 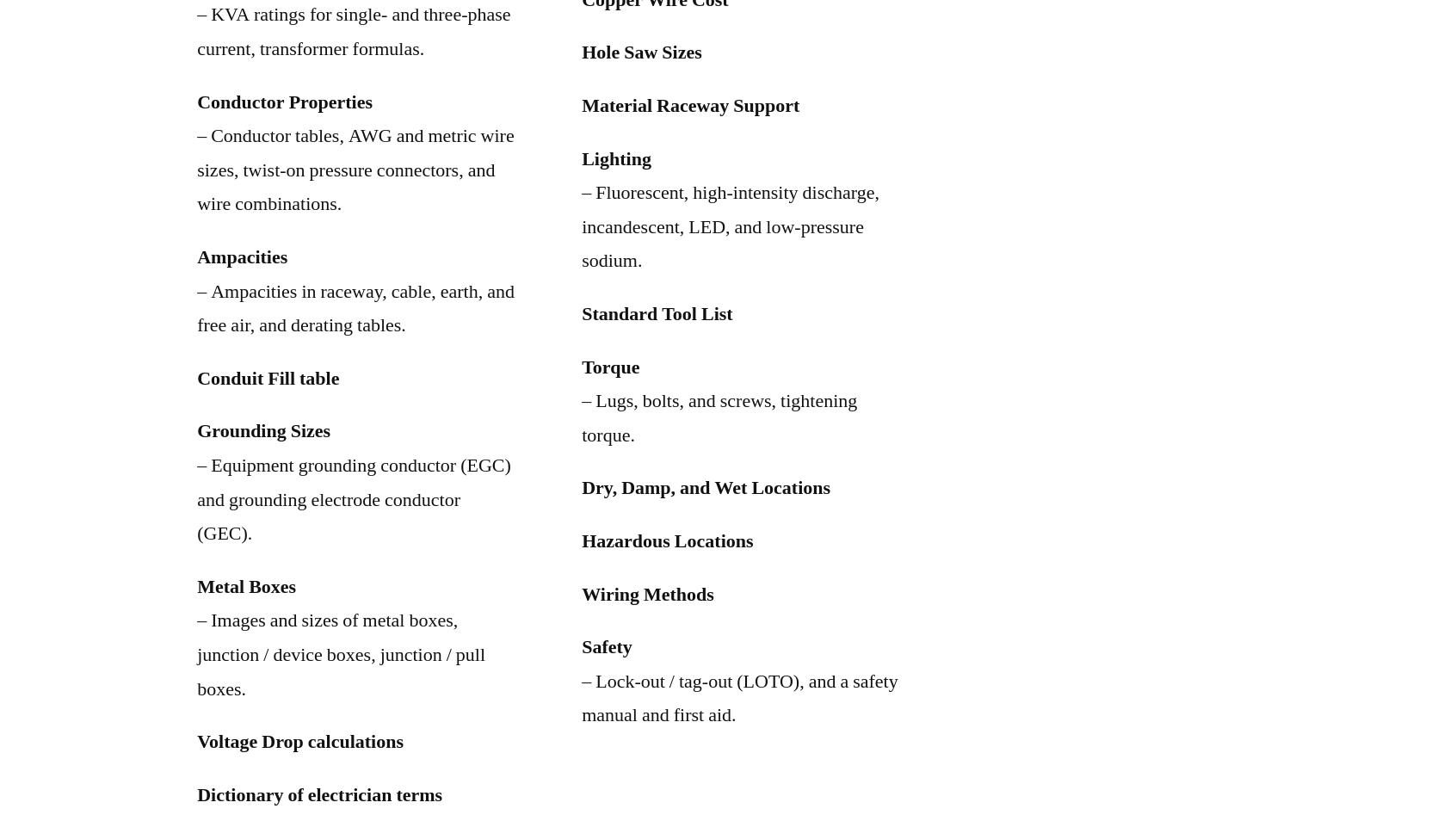 I want to click on '– Images and sizes of metal boxes, junction / device boxes, junction / pull boxes.', so click(x=196, y=654).